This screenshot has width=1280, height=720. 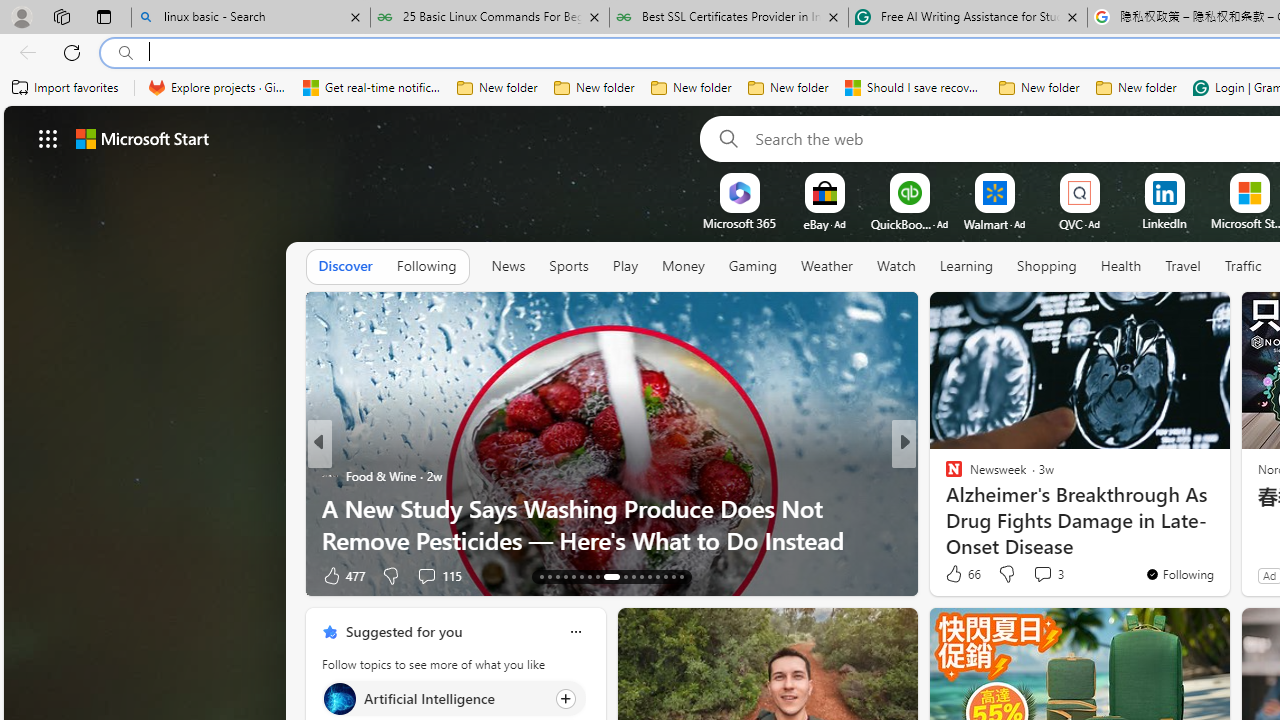 I want to click on 'AutomationID: tab-17', so click(x=573, y=577).